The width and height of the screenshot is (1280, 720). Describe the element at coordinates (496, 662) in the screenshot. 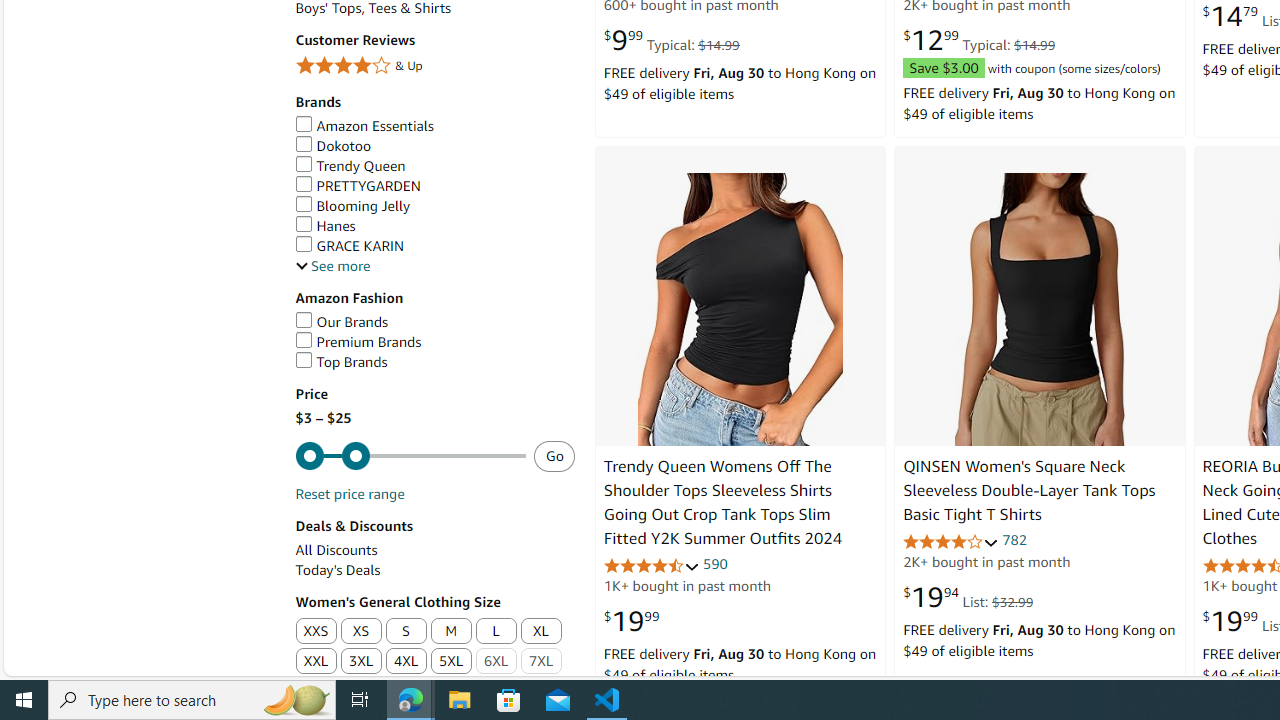

I see `'6XL'` at that location.